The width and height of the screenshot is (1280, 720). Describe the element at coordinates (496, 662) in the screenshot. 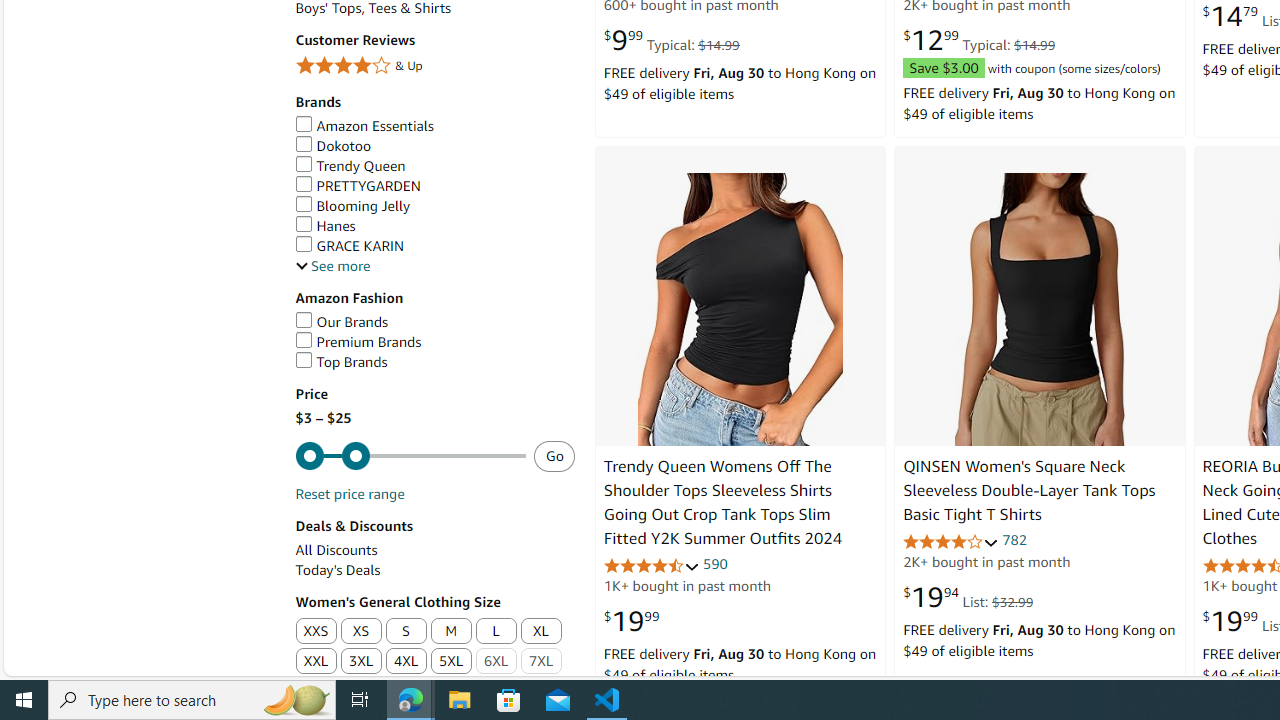

I see `'6XL'` at that location.